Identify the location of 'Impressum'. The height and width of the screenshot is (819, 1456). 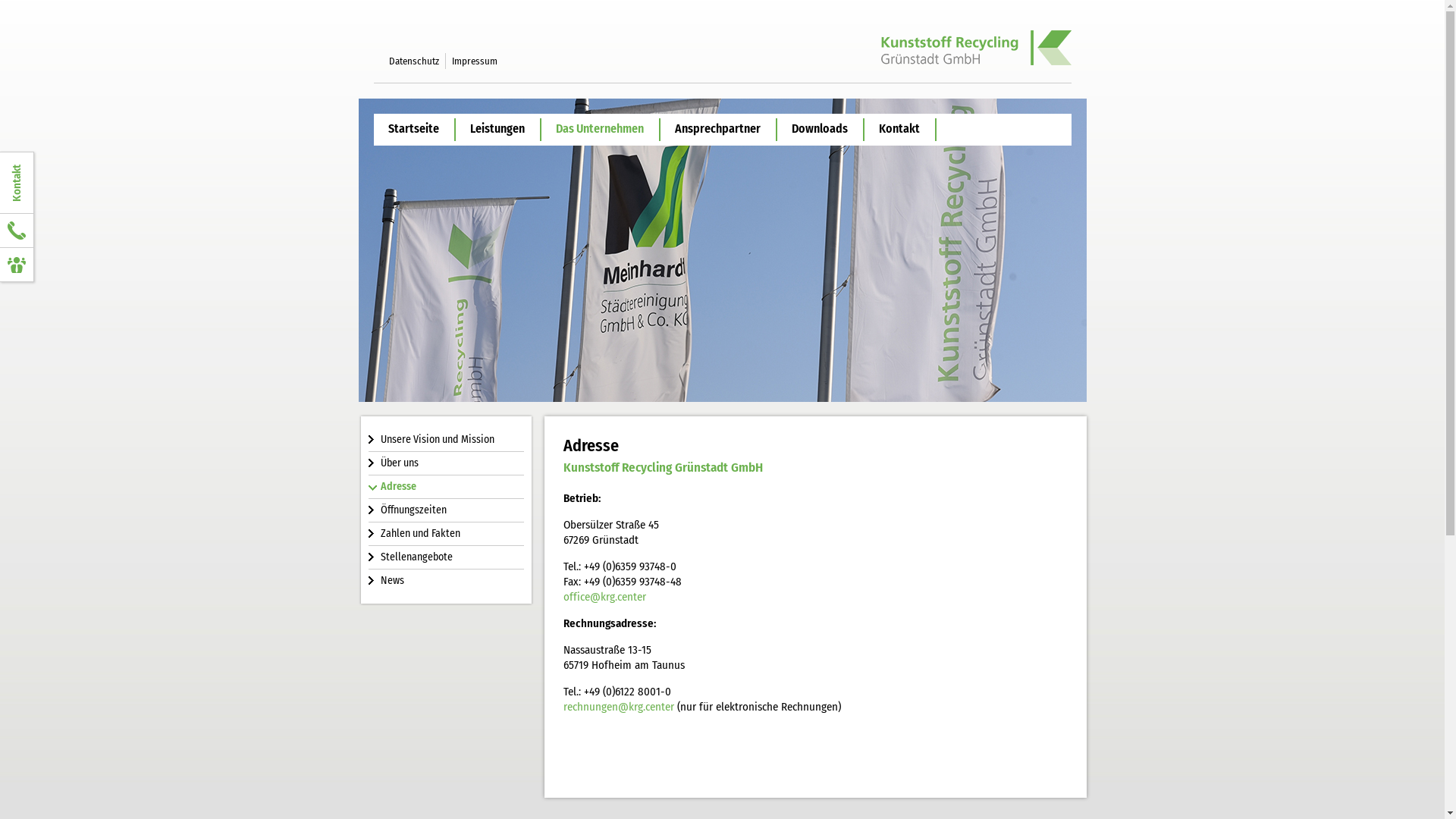
(473, 60).